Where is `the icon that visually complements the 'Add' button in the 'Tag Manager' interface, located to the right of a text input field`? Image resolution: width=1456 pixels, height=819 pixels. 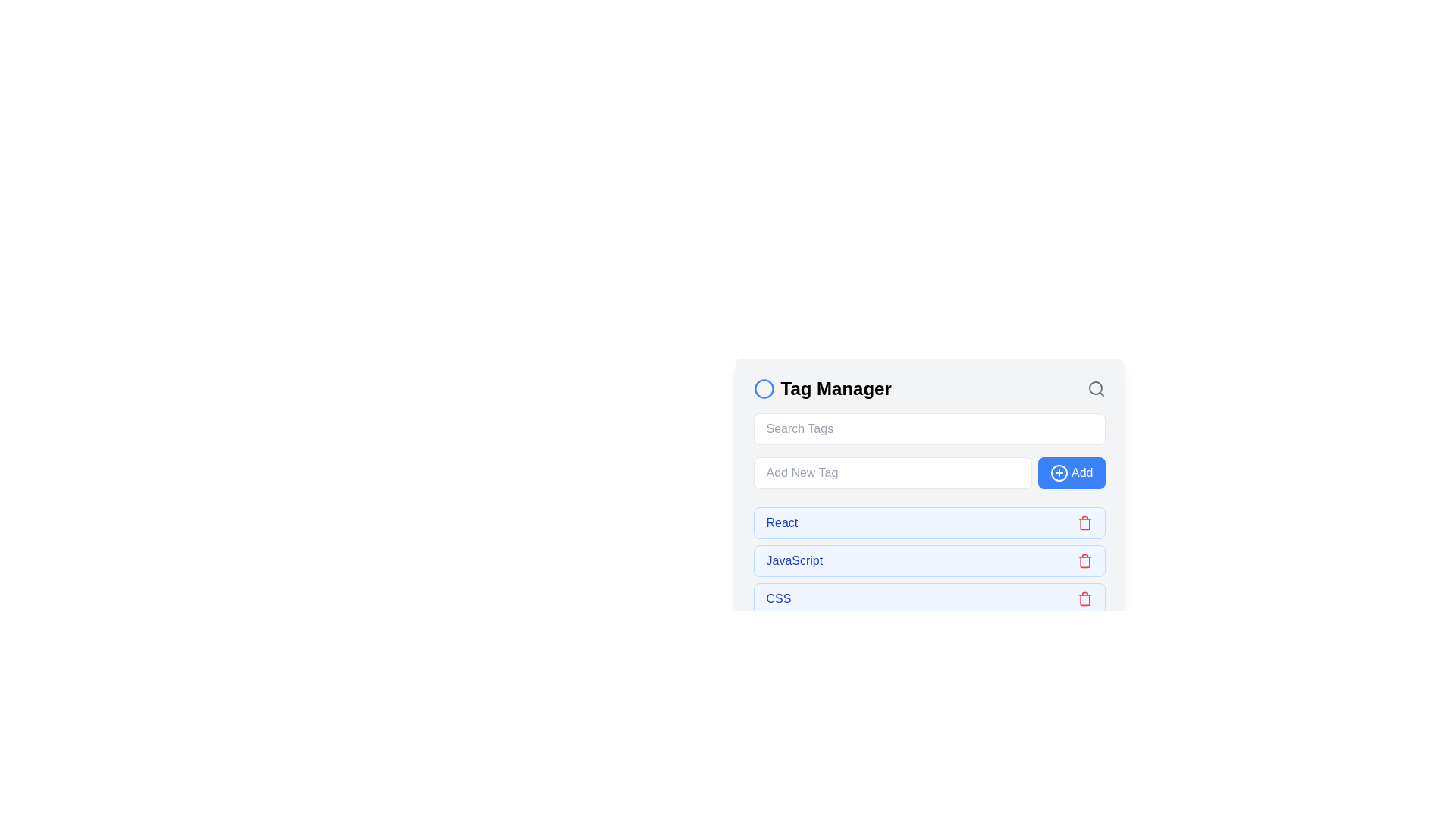
the icon that visually complements the 'Add' button in the 'Tag Manager' interface, located to the right of a text input field is located at coordinates (1058, 472).